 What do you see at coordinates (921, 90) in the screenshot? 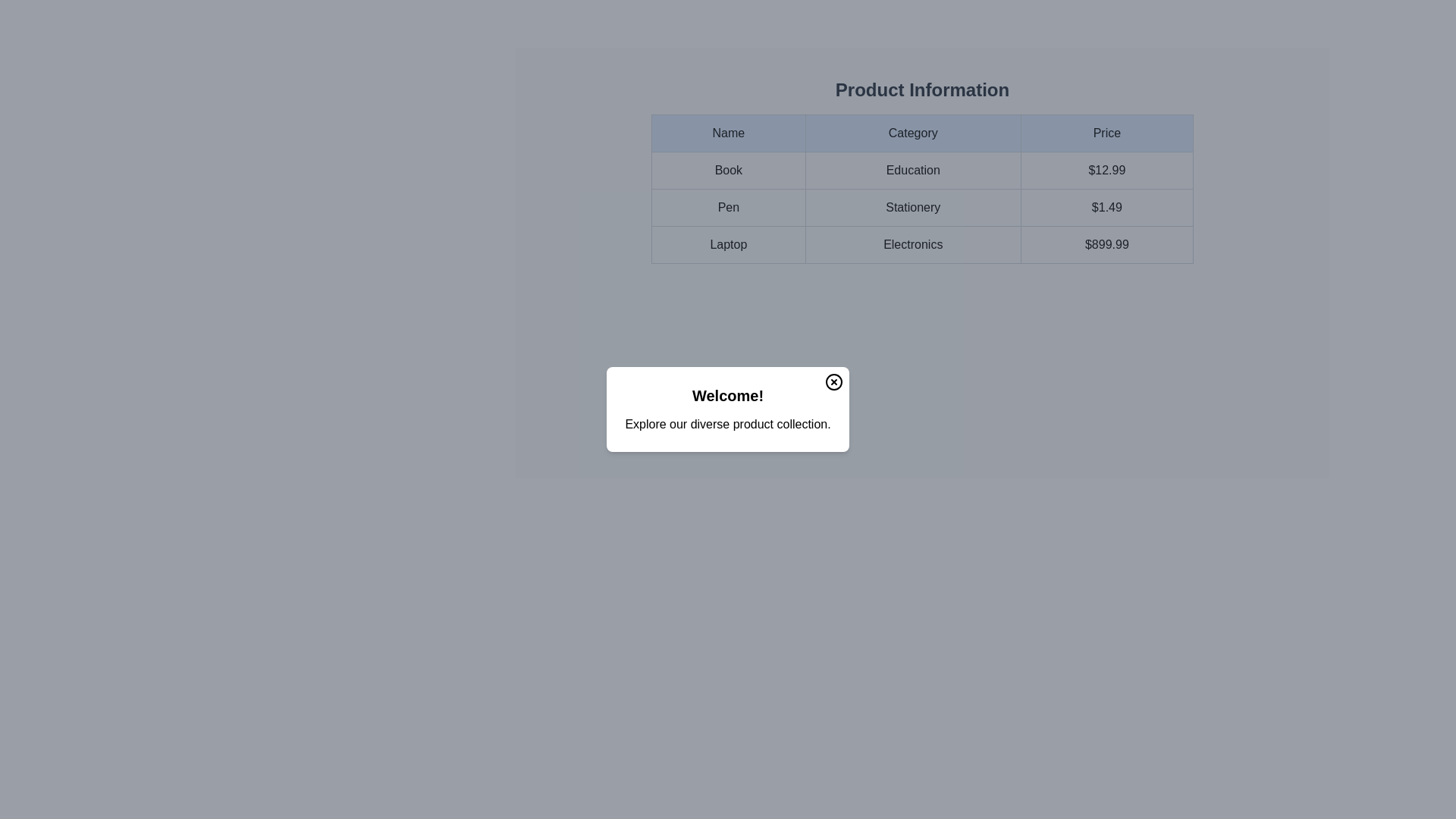
I see `text from the header labeled 'Product Information', which is displayed in a large, bold font and serves as the title for the product details section` at bounding box center [921, 90].